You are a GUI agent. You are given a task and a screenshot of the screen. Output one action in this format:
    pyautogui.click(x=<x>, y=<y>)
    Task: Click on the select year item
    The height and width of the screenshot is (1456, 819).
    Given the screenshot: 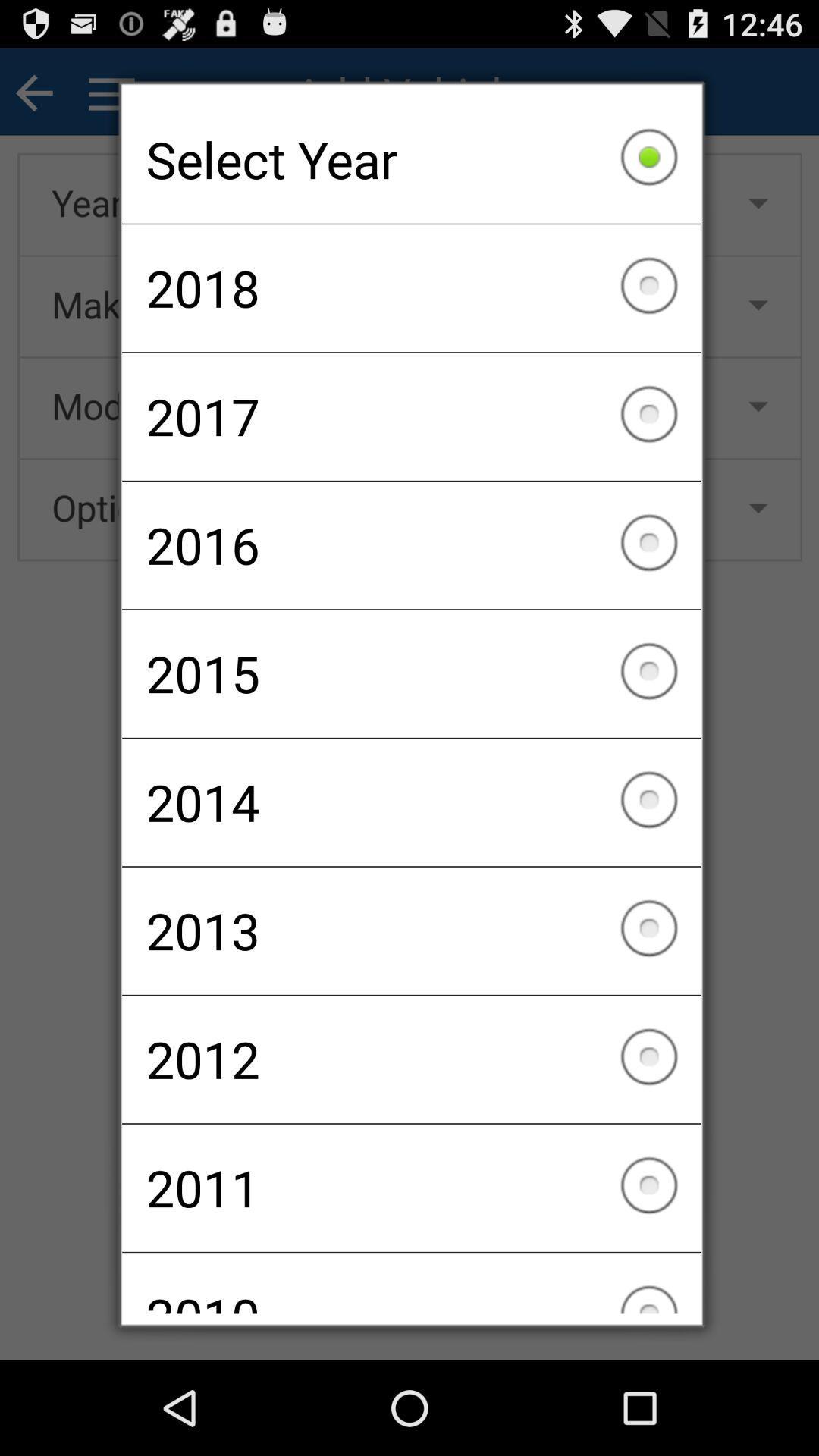 What is the action you would take?
    pyautogui.click(x=411, y=159)
    